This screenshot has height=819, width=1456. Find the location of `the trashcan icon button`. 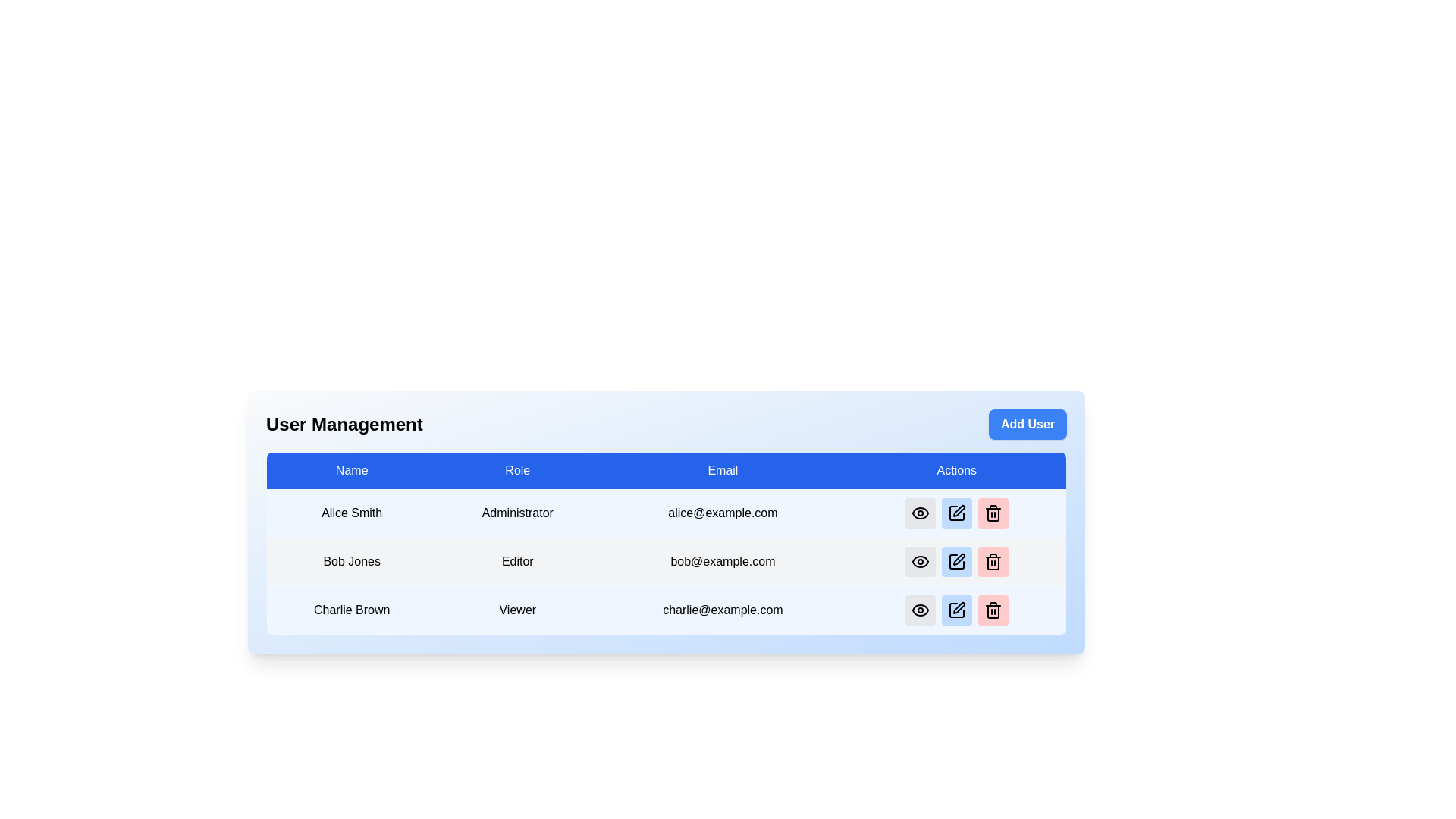

the trashcan icon button is located at coordinates (993, 561).